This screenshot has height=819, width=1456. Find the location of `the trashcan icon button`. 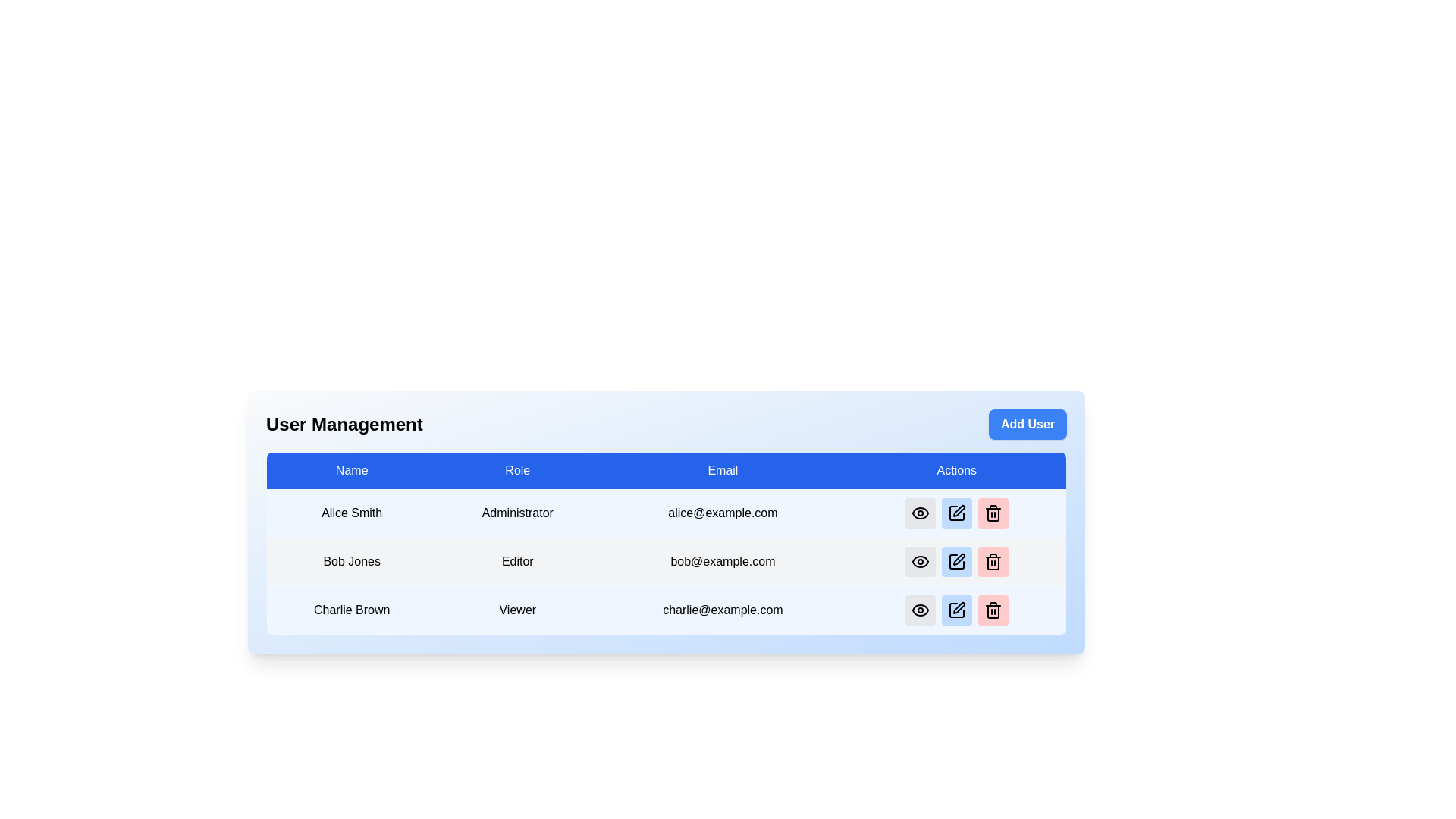

the trashcan icon button is located at coordinates (993, 561).